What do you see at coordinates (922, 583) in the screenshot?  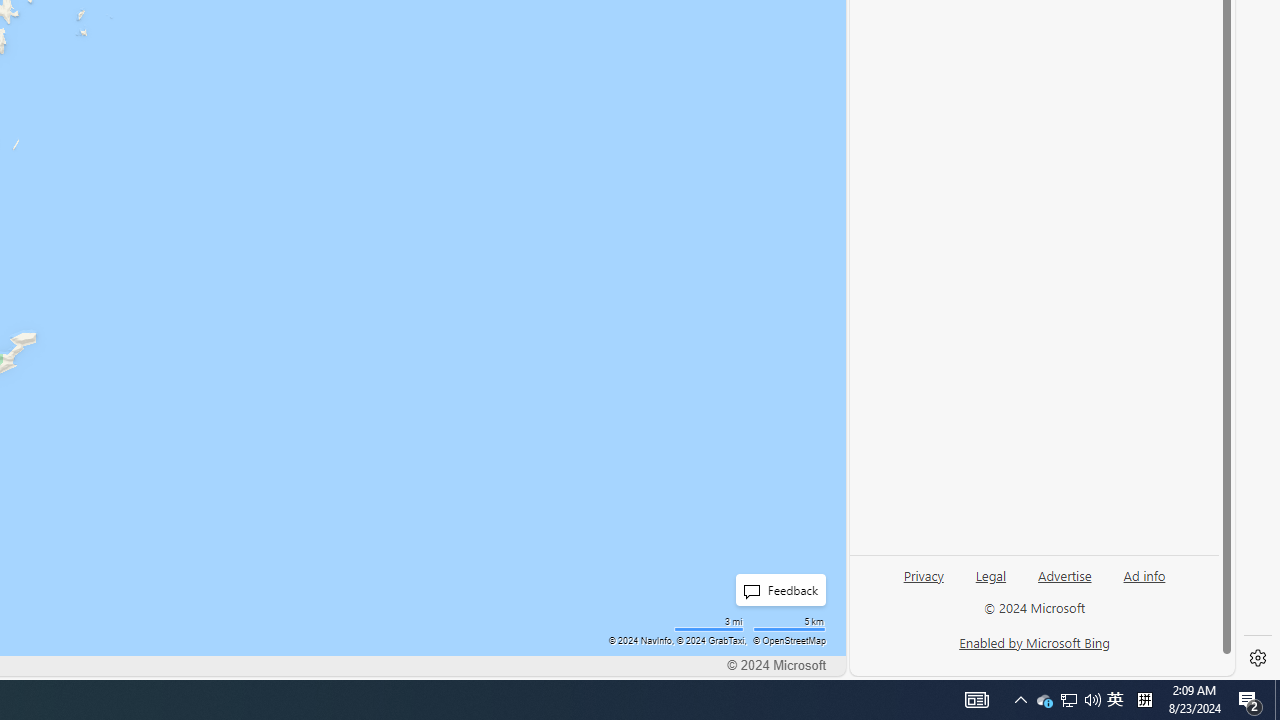 I see `'Privacy'` at bounding box center [922, 583].